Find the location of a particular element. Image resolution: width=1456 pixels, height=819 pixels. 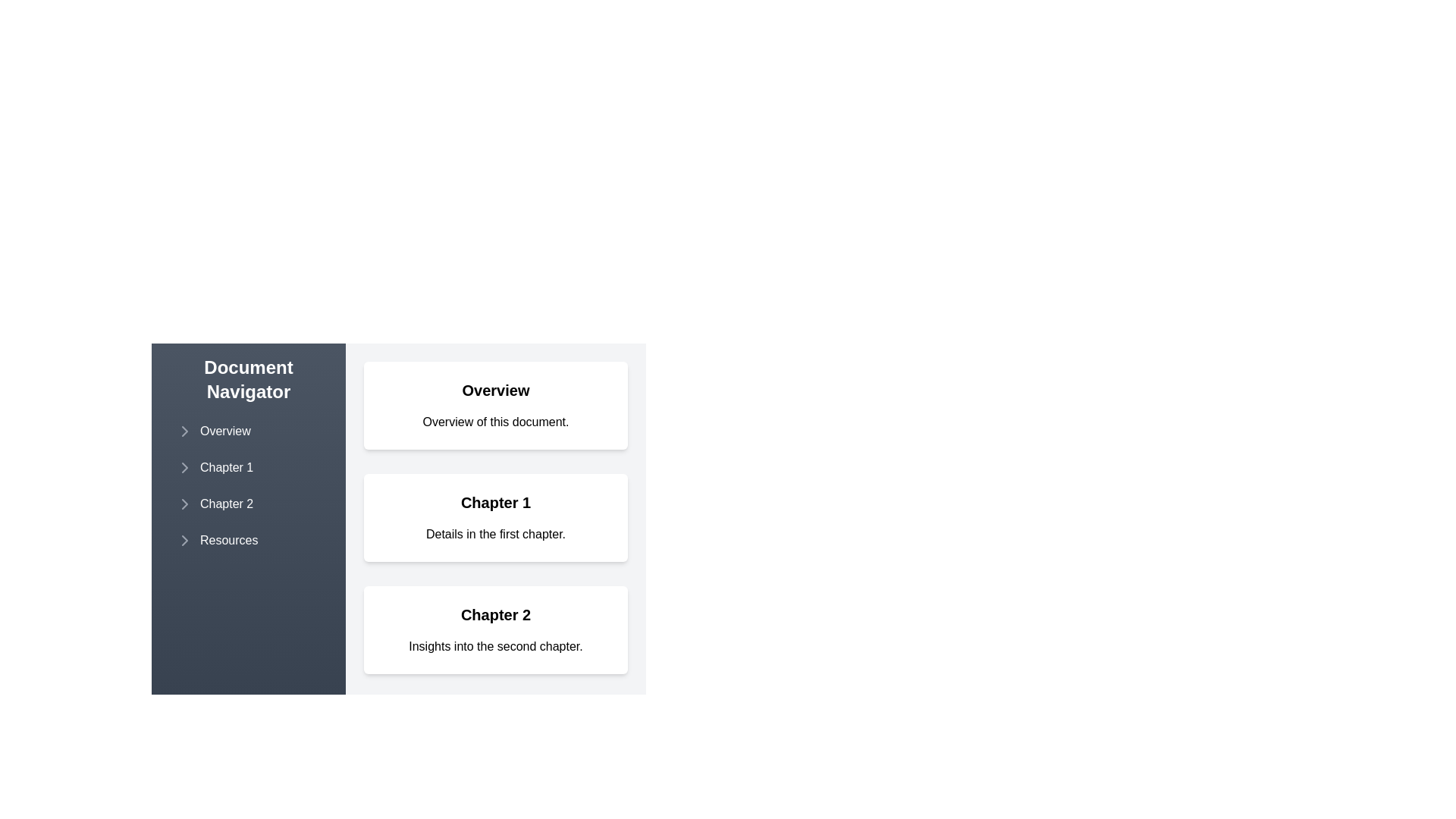

the rightward arrow icon with a thin border and rounded shape located next to the 'Resources' text in the left navigation menu is located at coordinates (184, 540).